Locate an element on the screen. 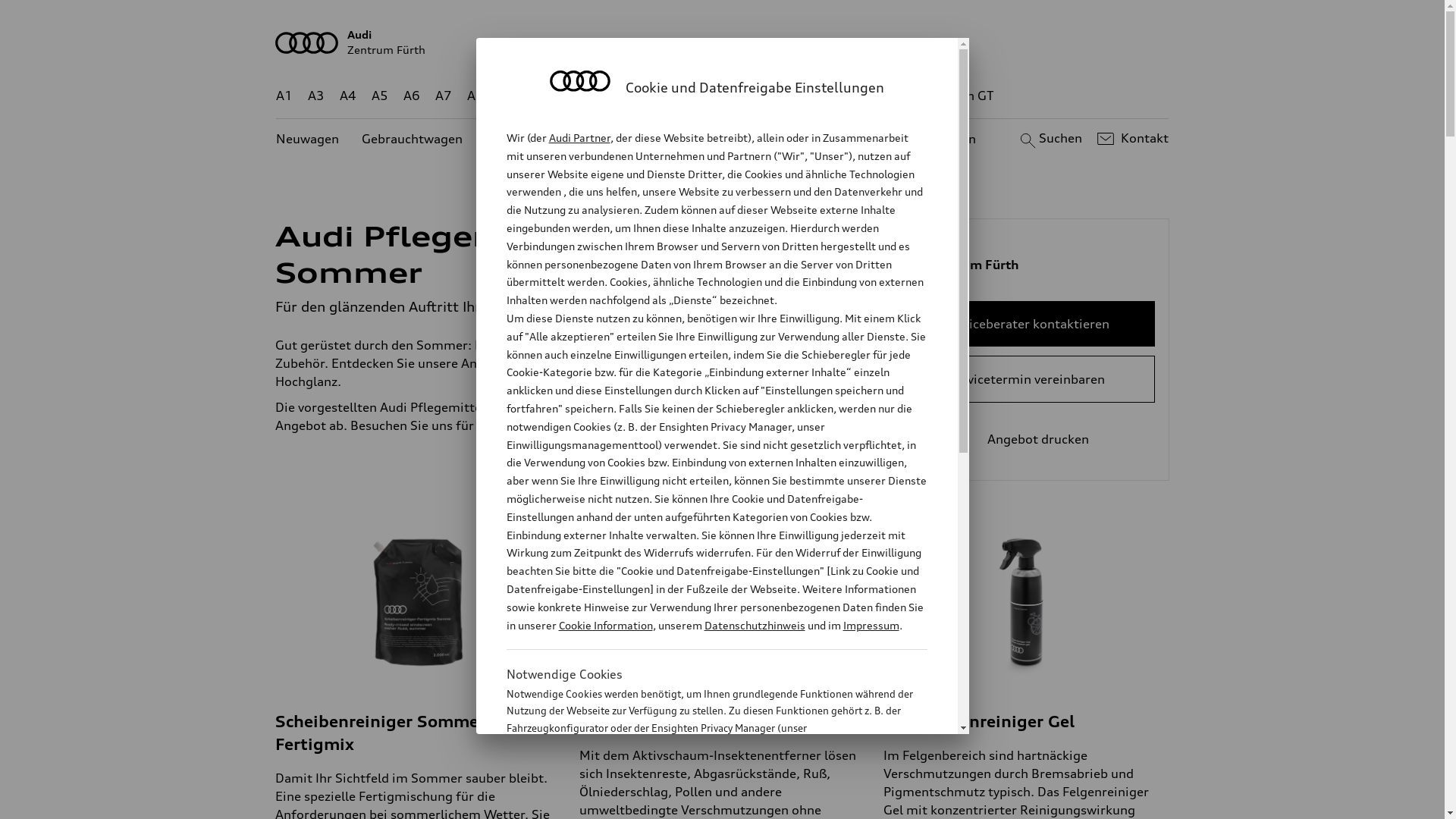 Image resolution: width=1456 pixels, height=819 pixels. 'Q7' is located at coordinates (669, 96).